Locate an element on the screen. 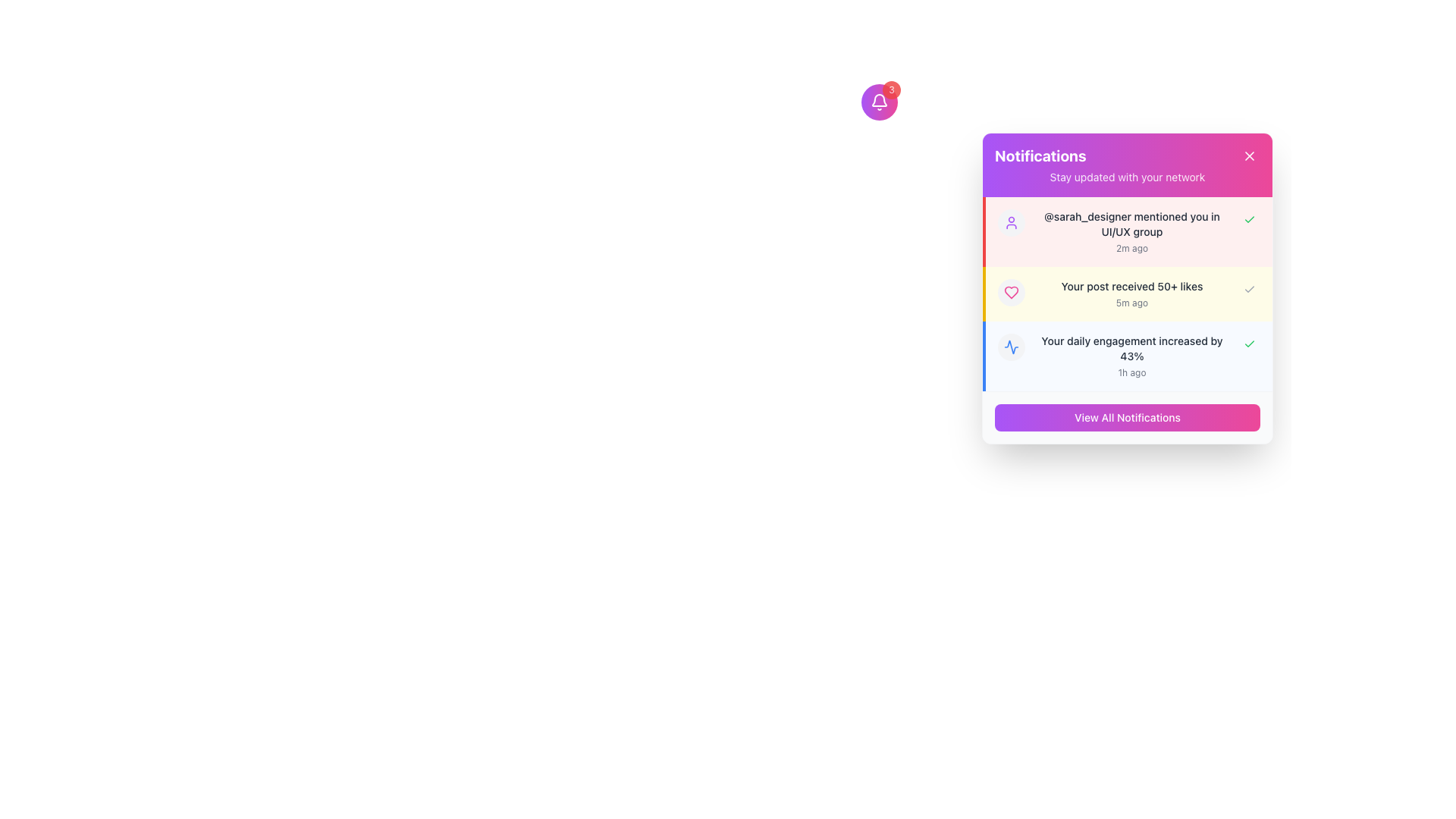 This screenshot has width=1456, height=819. the text label that indicates the relative time of the notification 'Your daily engagement increased by 43%' located at the bottom of the notifications panel is located at coordinates (1131, 373).